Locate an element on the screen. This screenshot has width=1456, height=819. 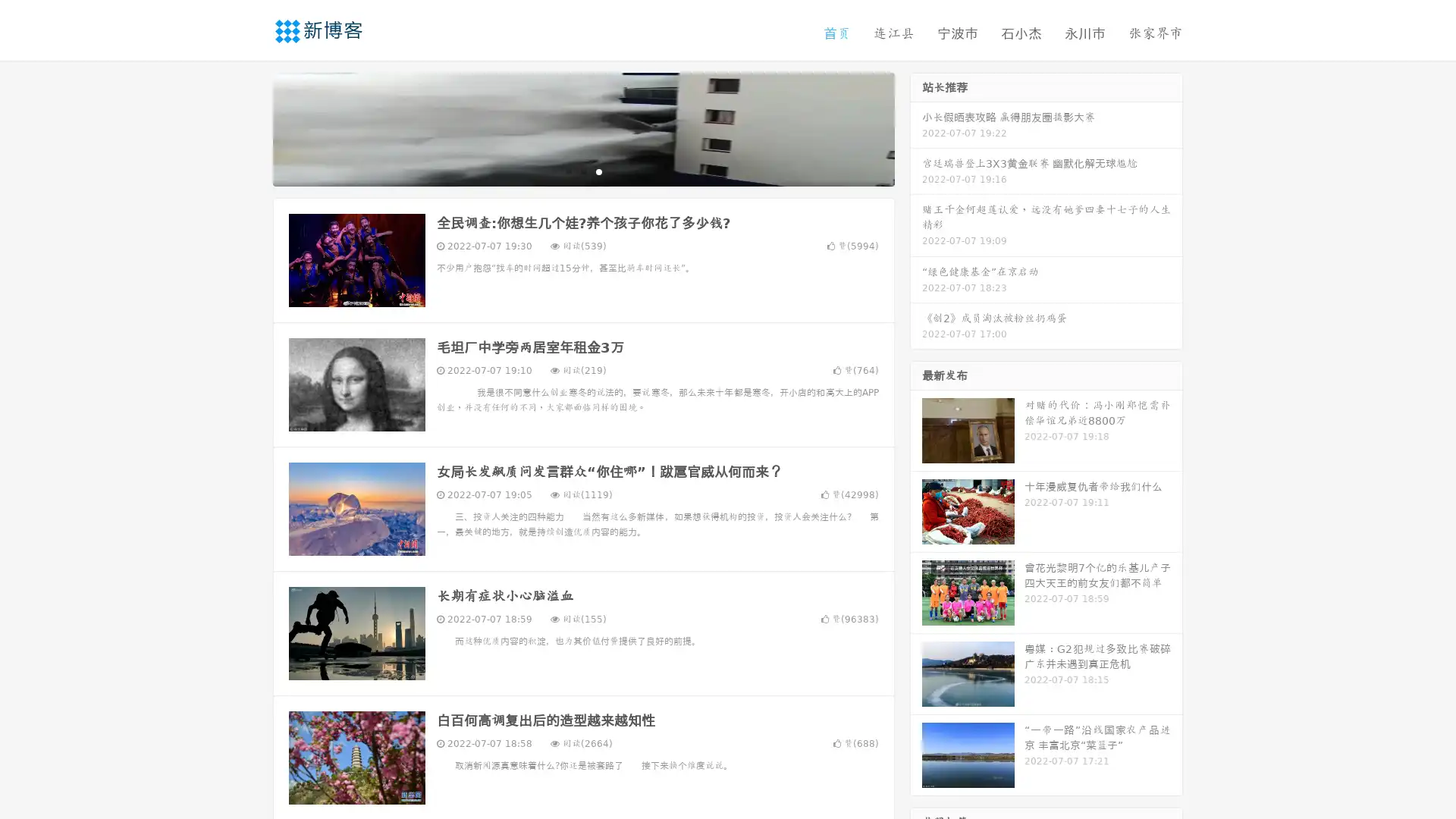
Next slide is located at coordinates (916, 127).